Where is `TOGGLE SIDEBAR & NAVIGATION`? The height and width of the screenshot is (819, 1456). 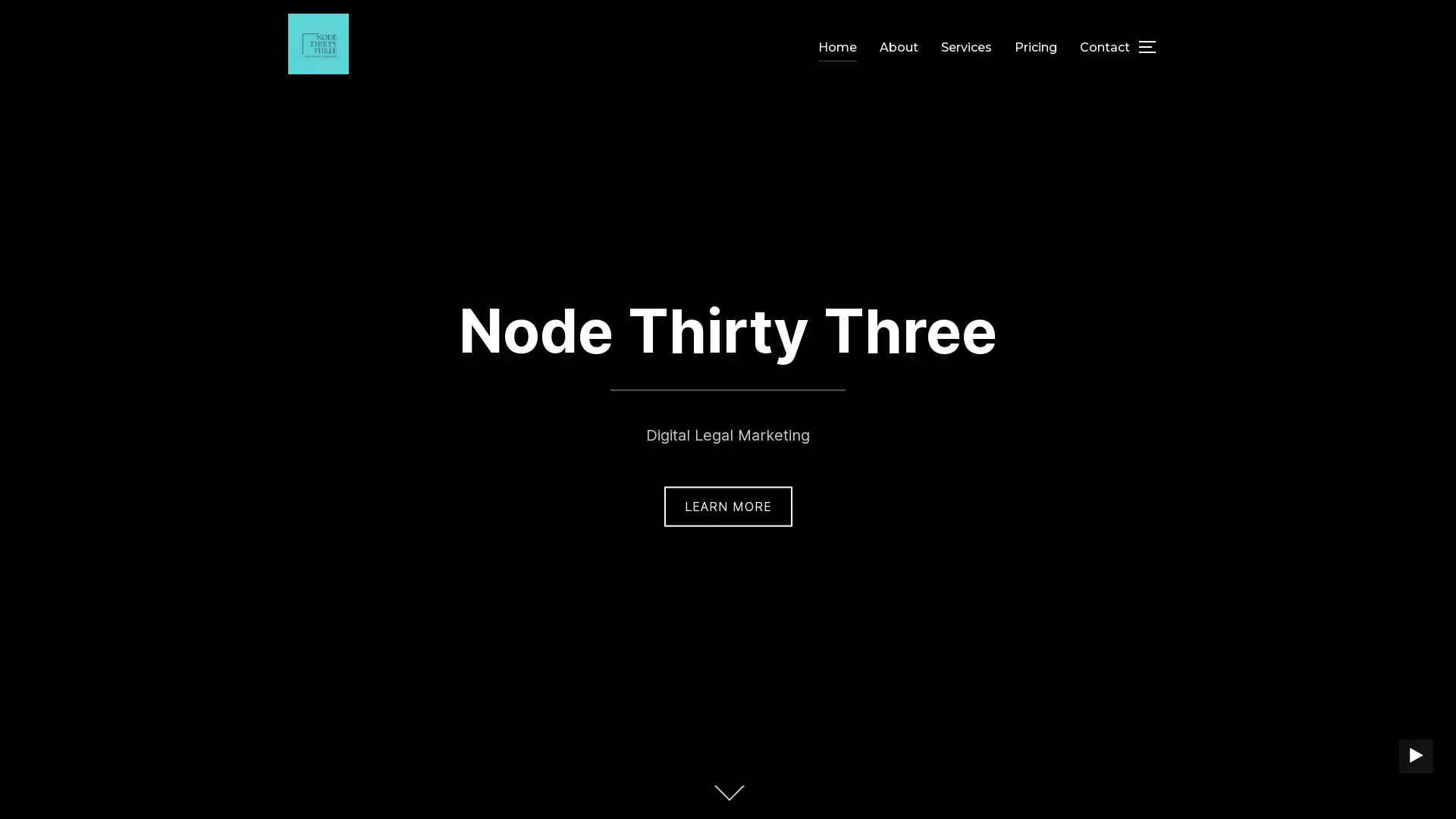
TOGGLE SIDEBAR & NAVIGATION is located at coordinates (1153, 45).